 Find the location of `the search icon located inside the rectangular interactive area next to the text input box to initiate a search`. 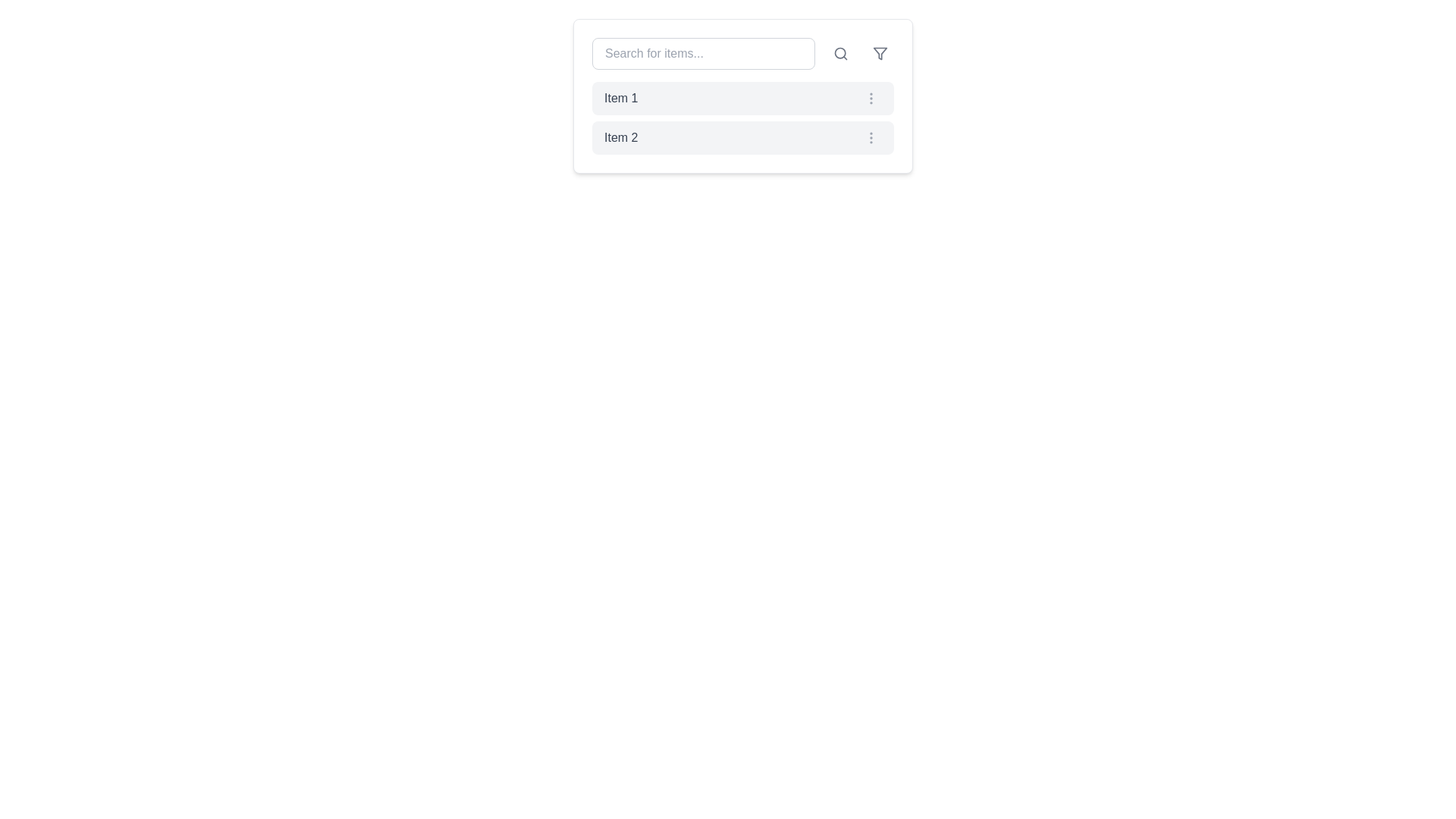

the search icon located inside the rectangular interactive area next to the text input box to initiate a search is located at coordinates (839, 52).